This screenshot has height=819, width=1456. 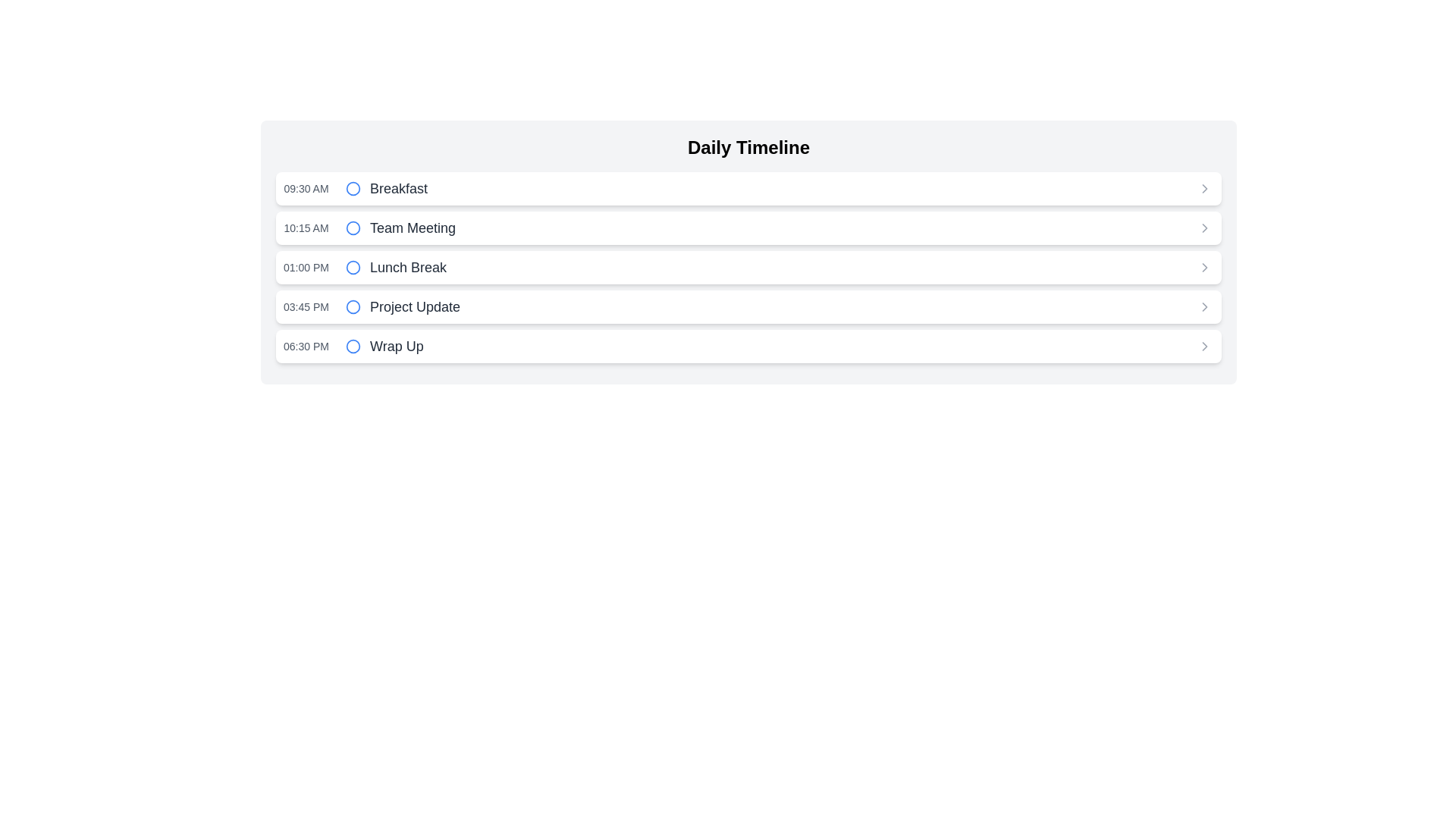 I want to click on the task based on the fourth Circle icon, so click(x=352, y=307).